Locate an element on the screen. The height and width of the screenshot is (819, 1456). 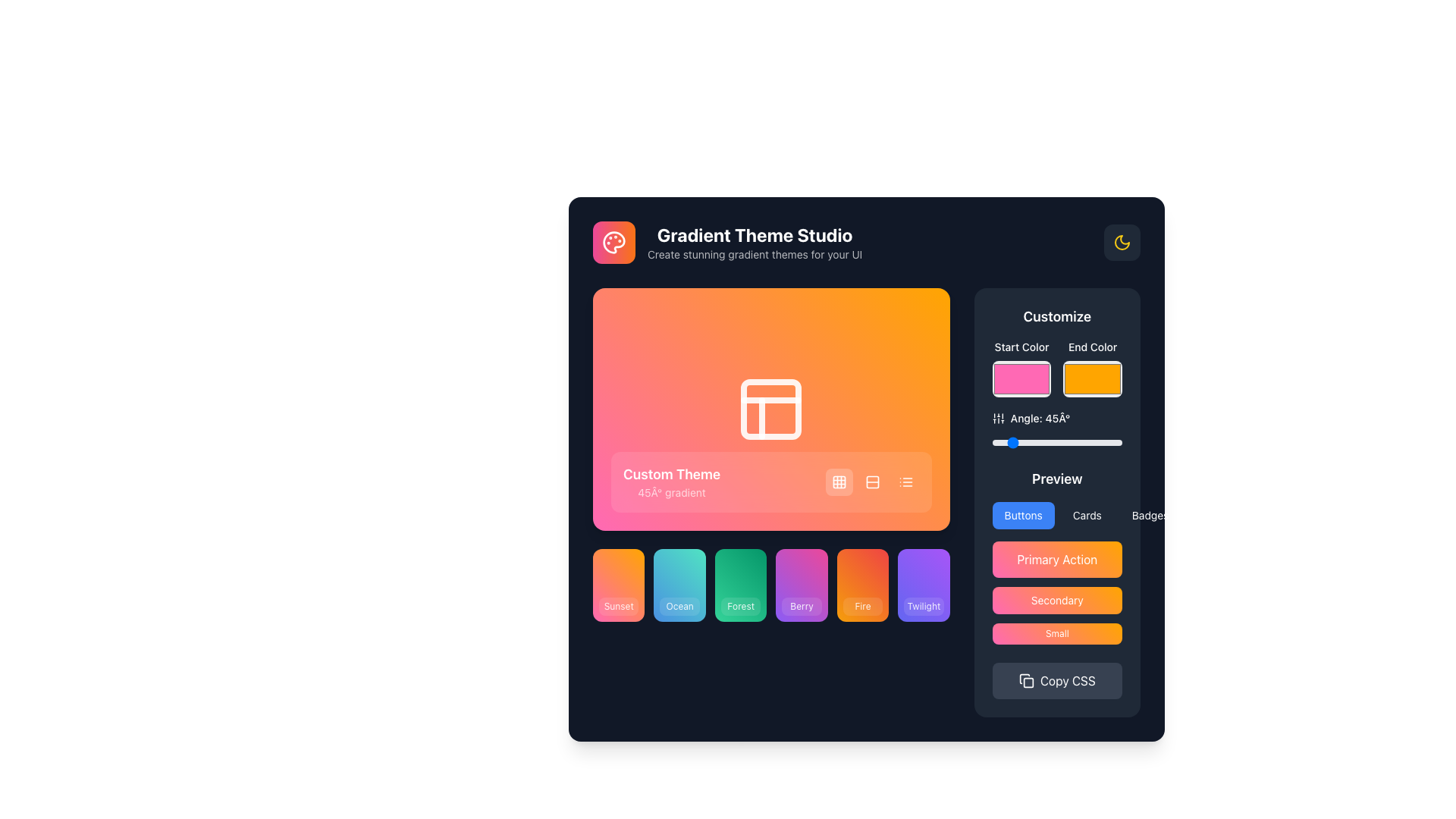
angle is located at coordinates (1112, 442).